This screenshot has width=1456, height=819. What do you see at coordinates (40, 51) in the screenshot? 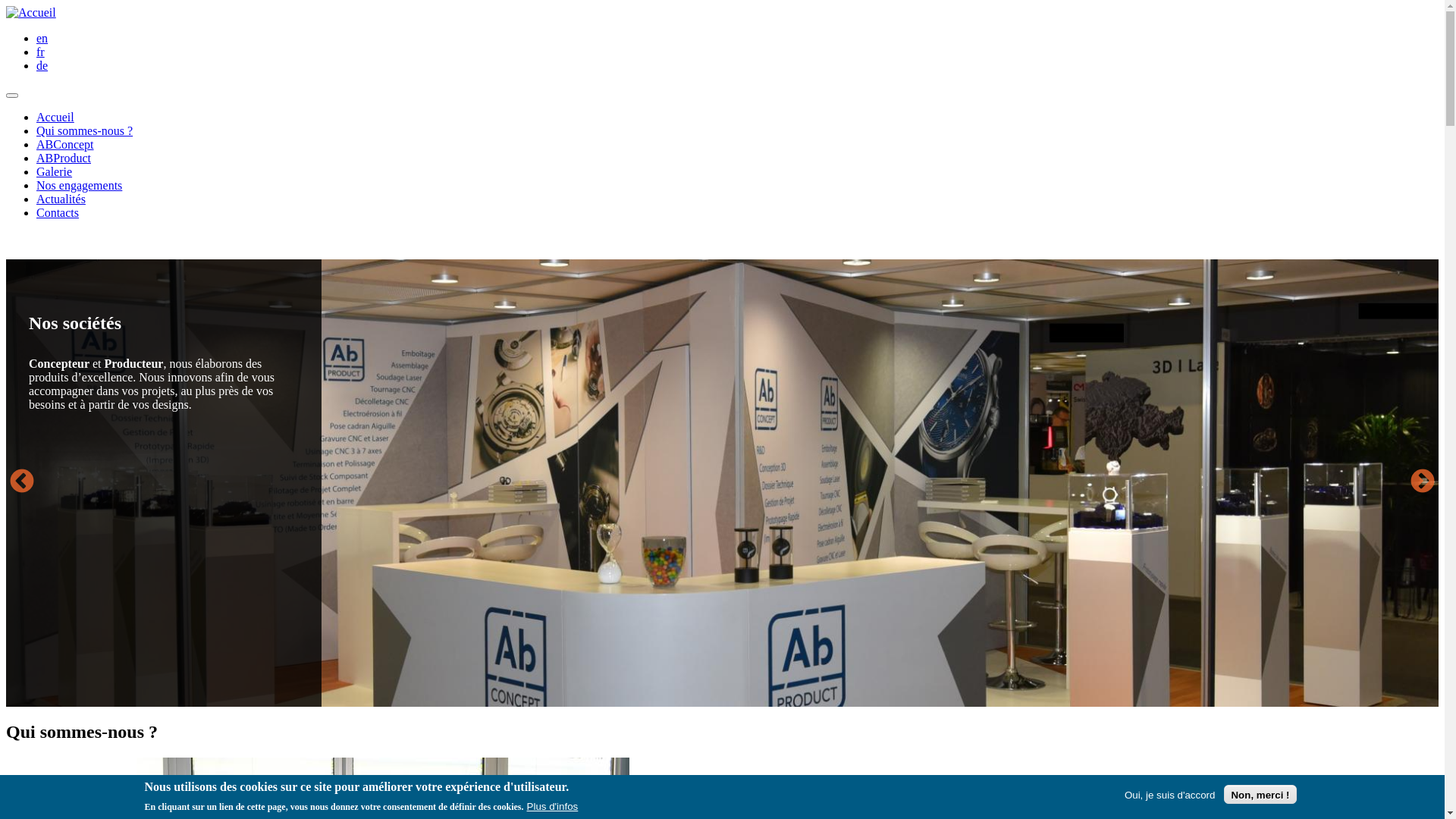
I see `'fr'` at bounding box center [40, 51].